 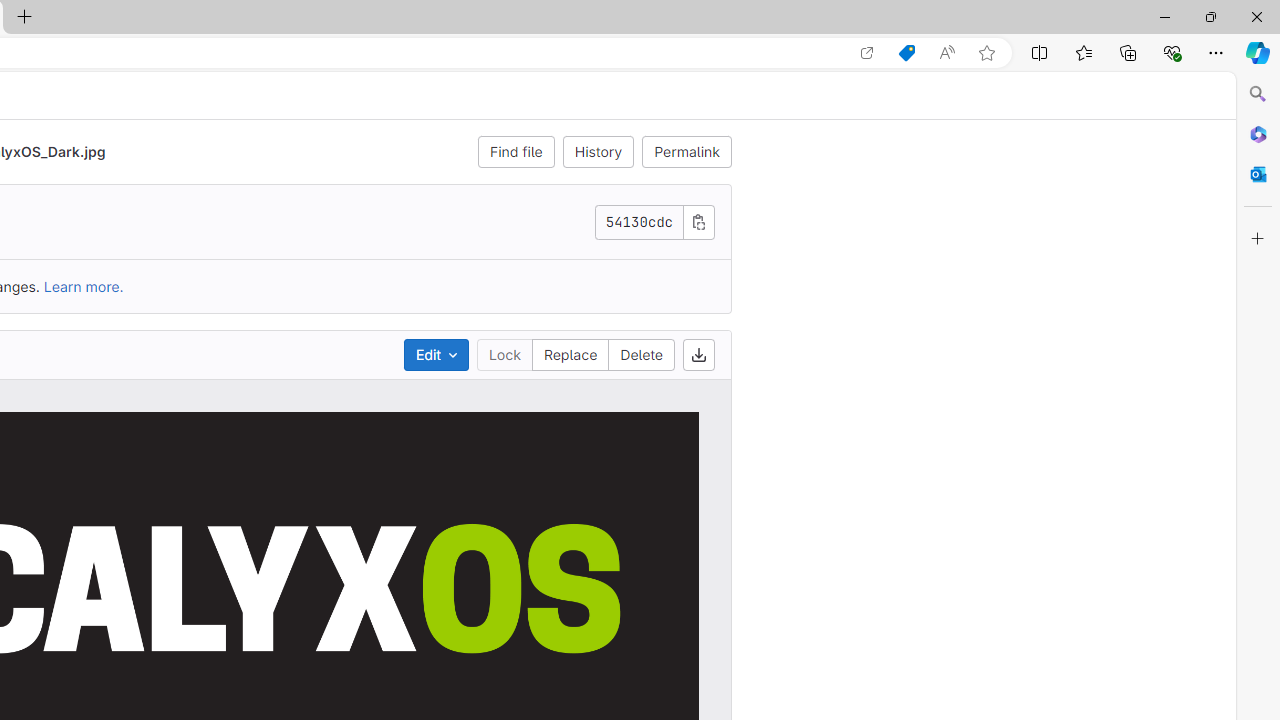 I want to click on 'Replace', so click(x=569, y=353).